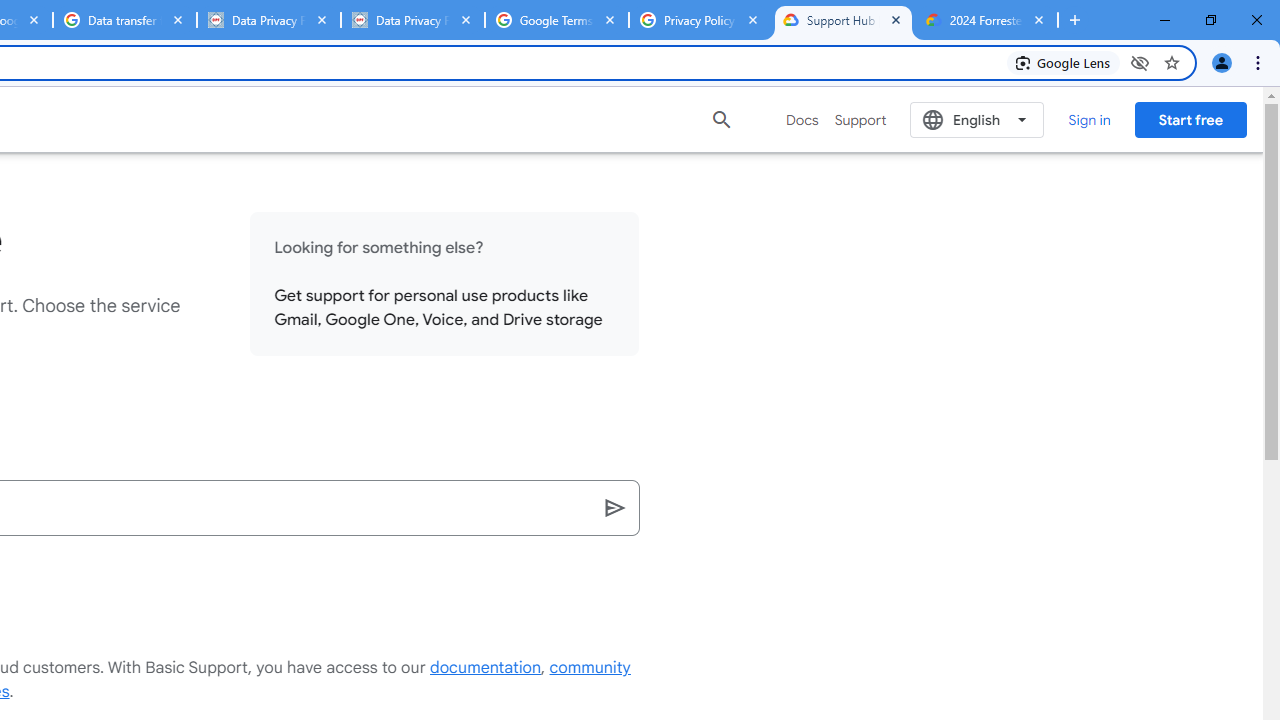 This screenshot has height=720, width=1280. What do you see at coordinates (802, 119) in the screenshot?
I see `'Docs'` at bounding box center [802, 119].